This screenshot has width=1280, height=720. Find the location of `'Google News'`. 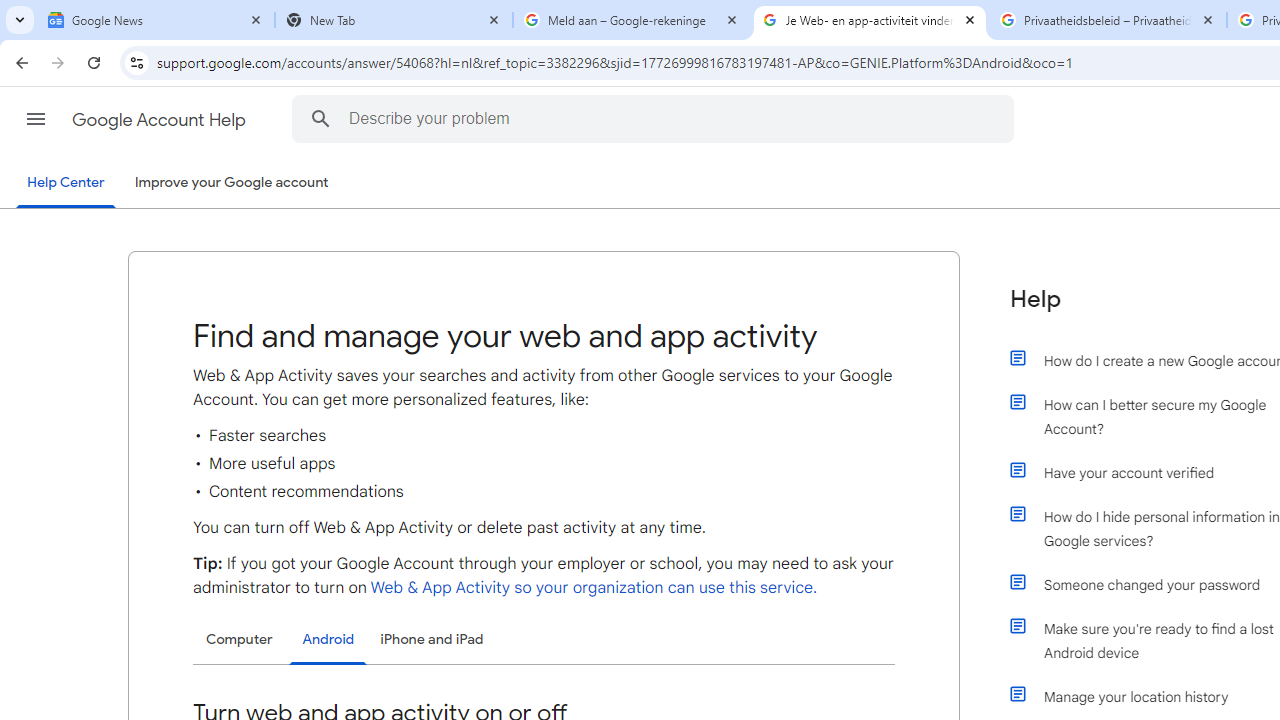

'Google News' is located at coordinates (155, 20).